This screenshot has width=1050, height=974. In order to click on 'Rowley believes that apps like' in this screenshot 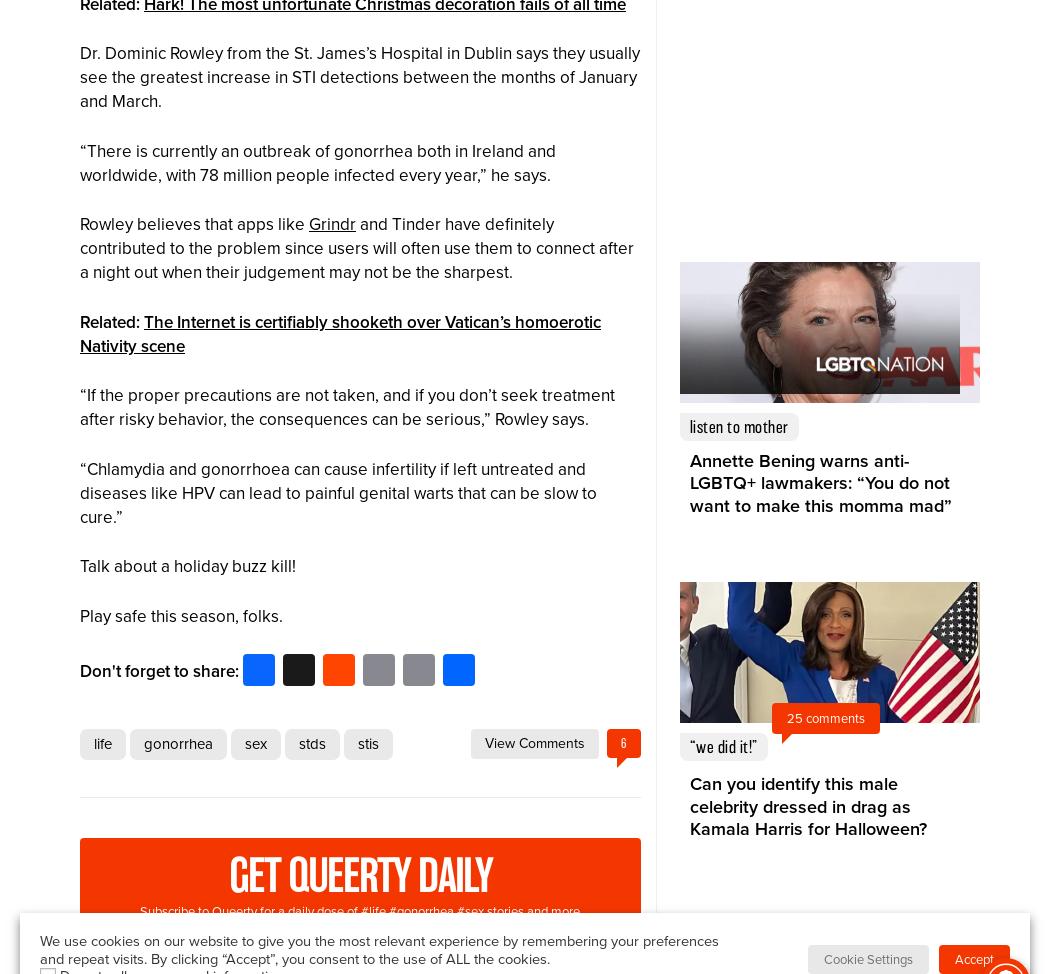, I will do `click(193, 224)`.